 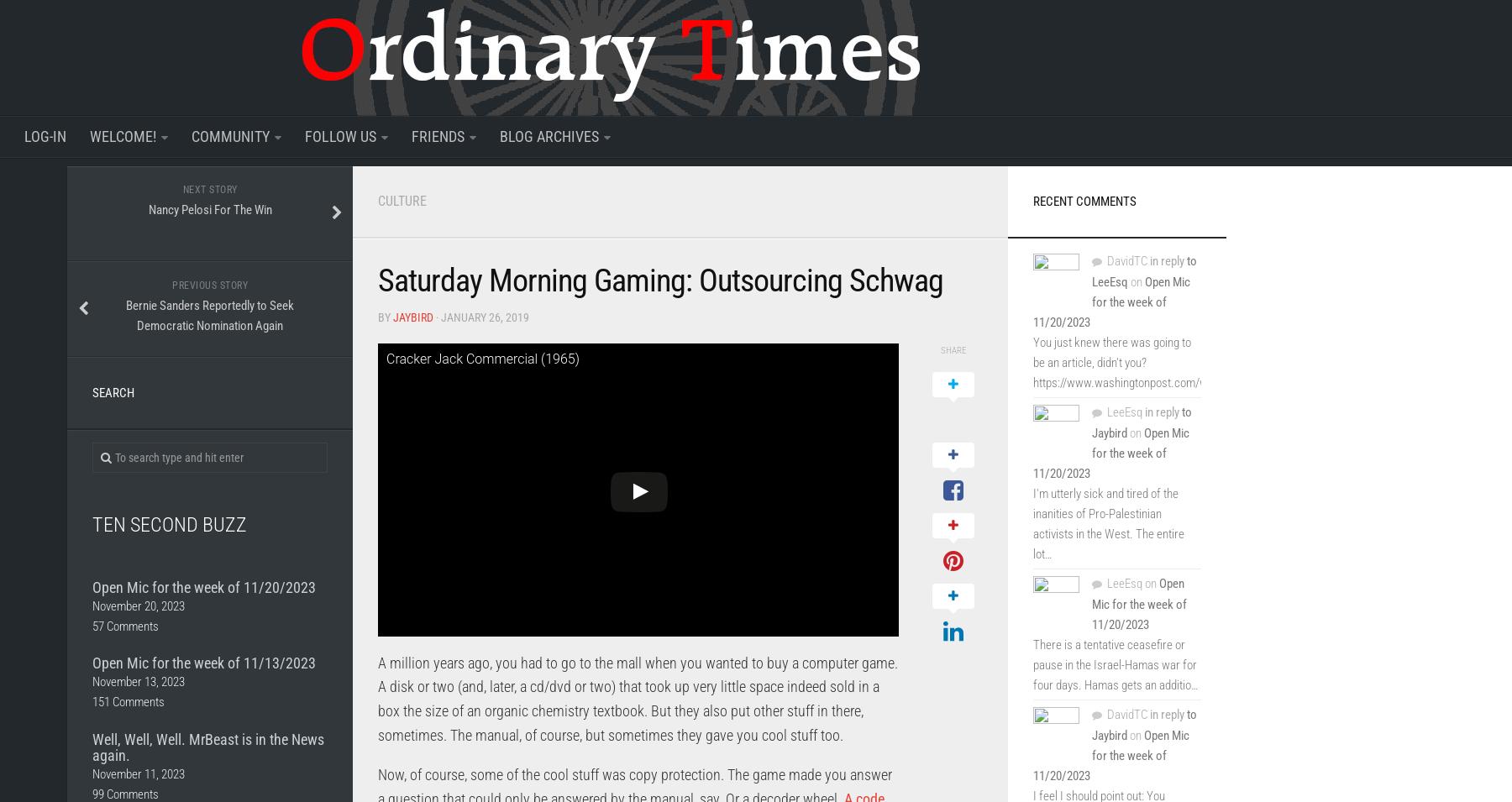 What do you see at coordinates (482, 357) in the screenshot?
I see `'Cracker Jack Commercial (1965)'` at bounding box center [482, 357].